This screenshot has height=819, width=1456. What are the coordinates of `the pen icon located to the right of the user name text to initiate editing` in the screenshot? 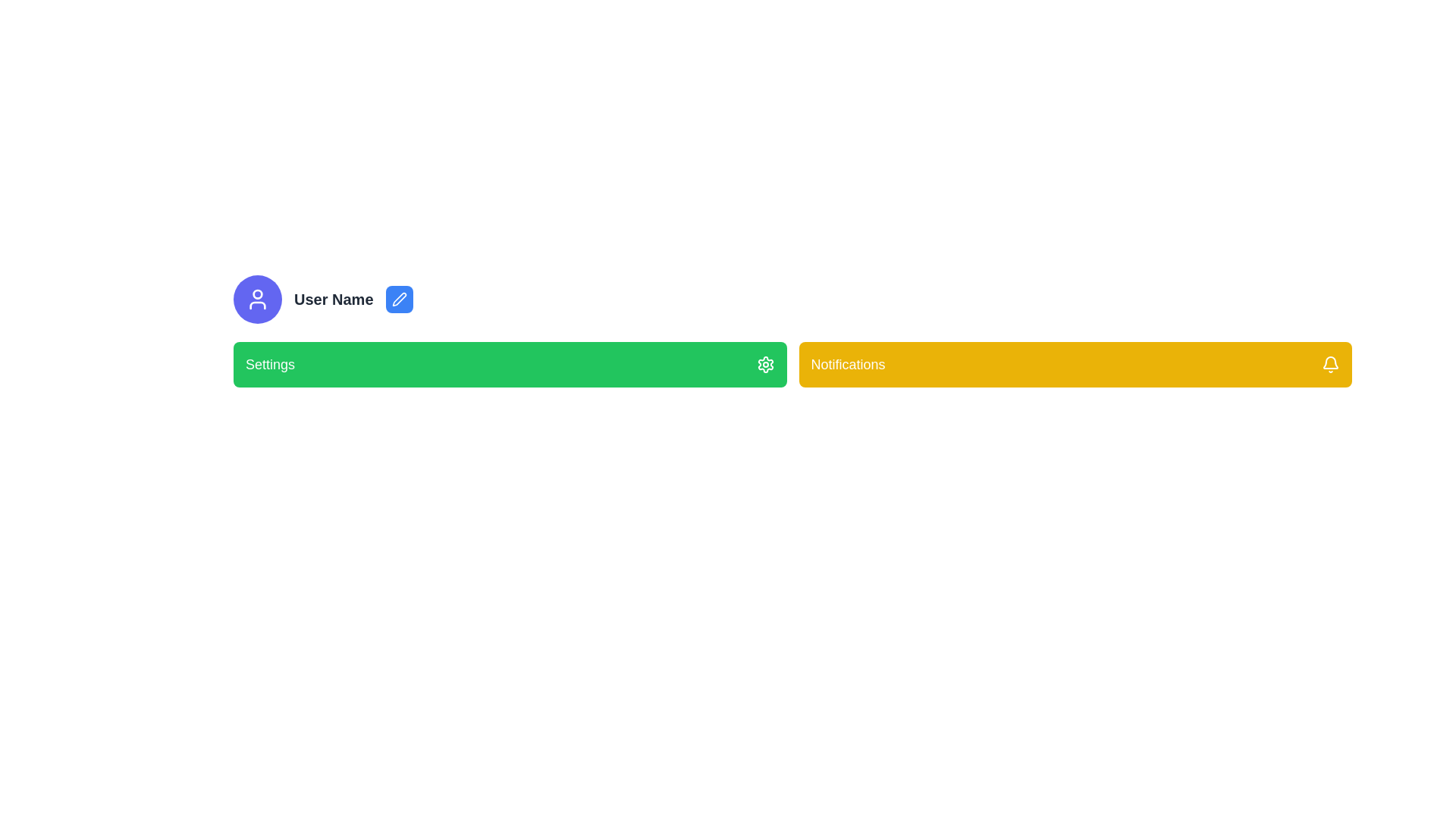 It's located at (399, 299).